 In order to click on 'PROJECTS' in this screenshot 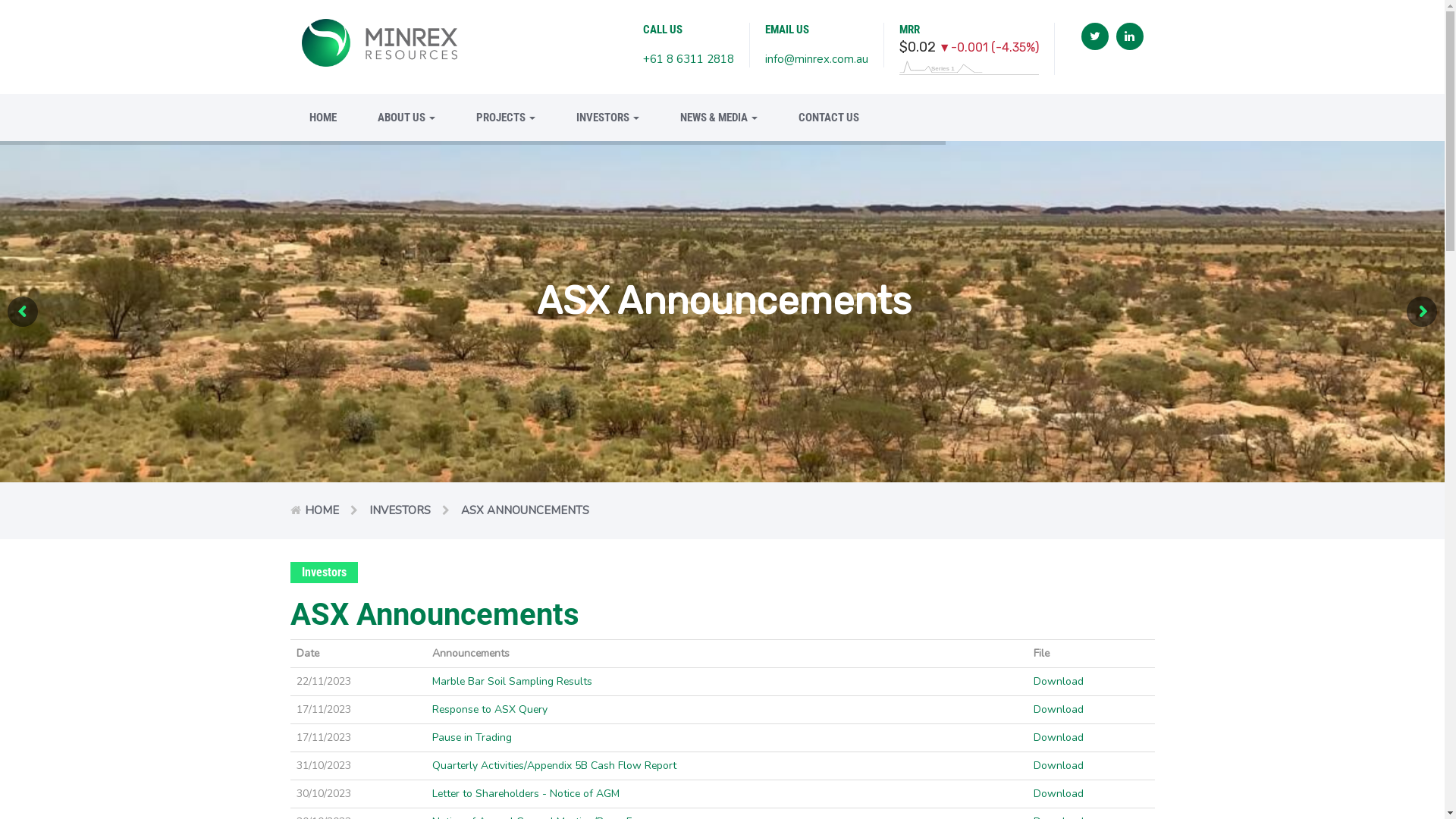, I will do `click(455, 116)`.